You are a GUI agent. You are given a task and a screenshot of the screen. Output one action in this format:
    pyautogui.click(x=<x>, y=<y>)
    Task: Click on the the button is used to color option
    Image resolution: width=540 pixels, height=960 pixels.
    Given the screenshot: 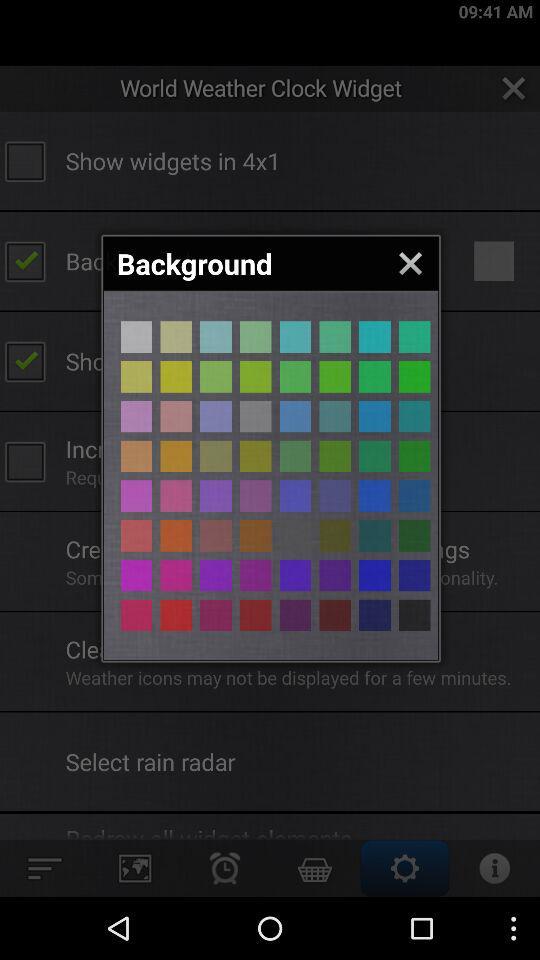 What is the action you would take?
    pyautogui.click(x=413, y=614)
    